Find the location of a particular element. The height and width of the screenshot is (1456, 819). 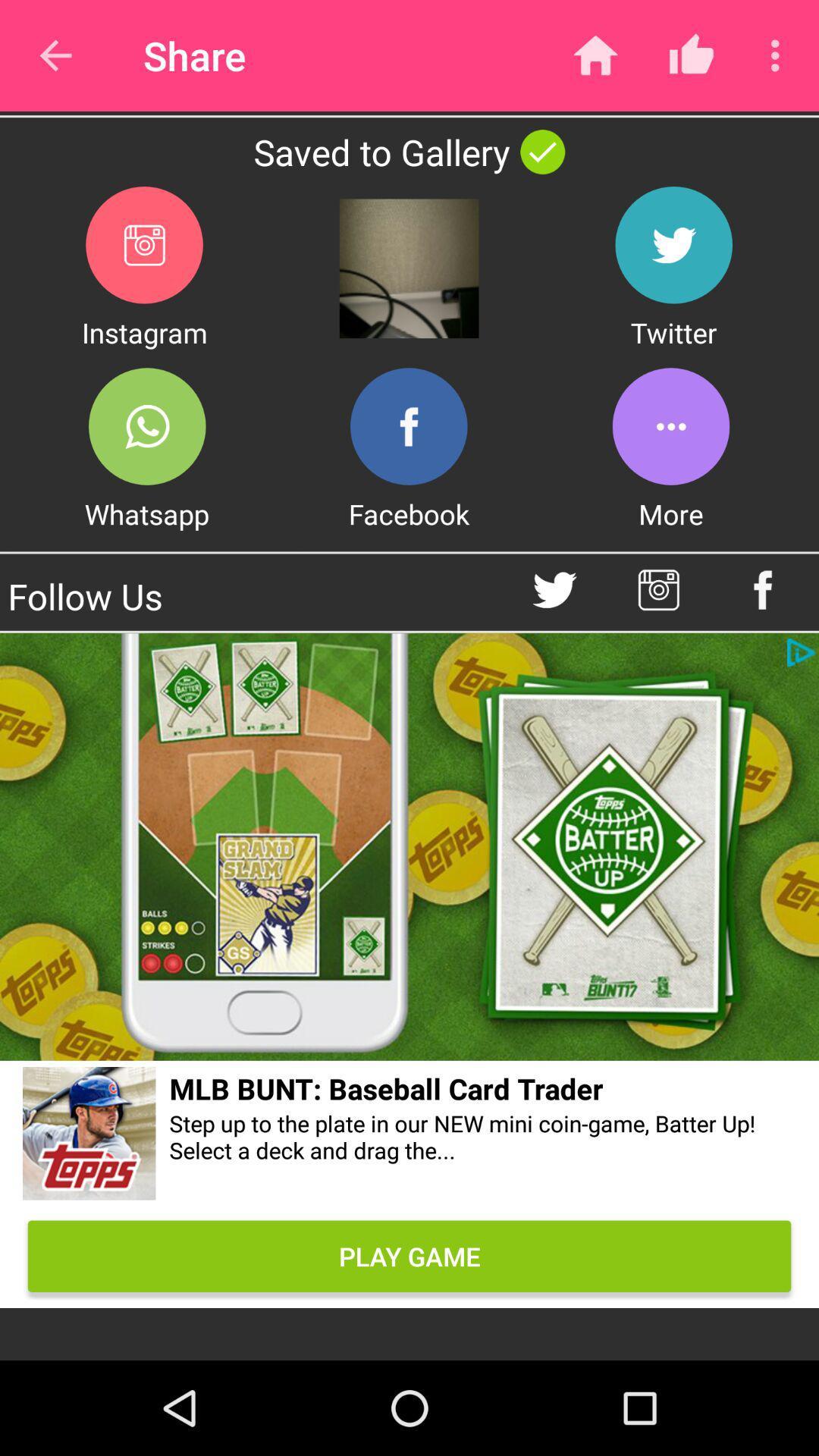

the facebook icon is located at coordinates (408, 425).